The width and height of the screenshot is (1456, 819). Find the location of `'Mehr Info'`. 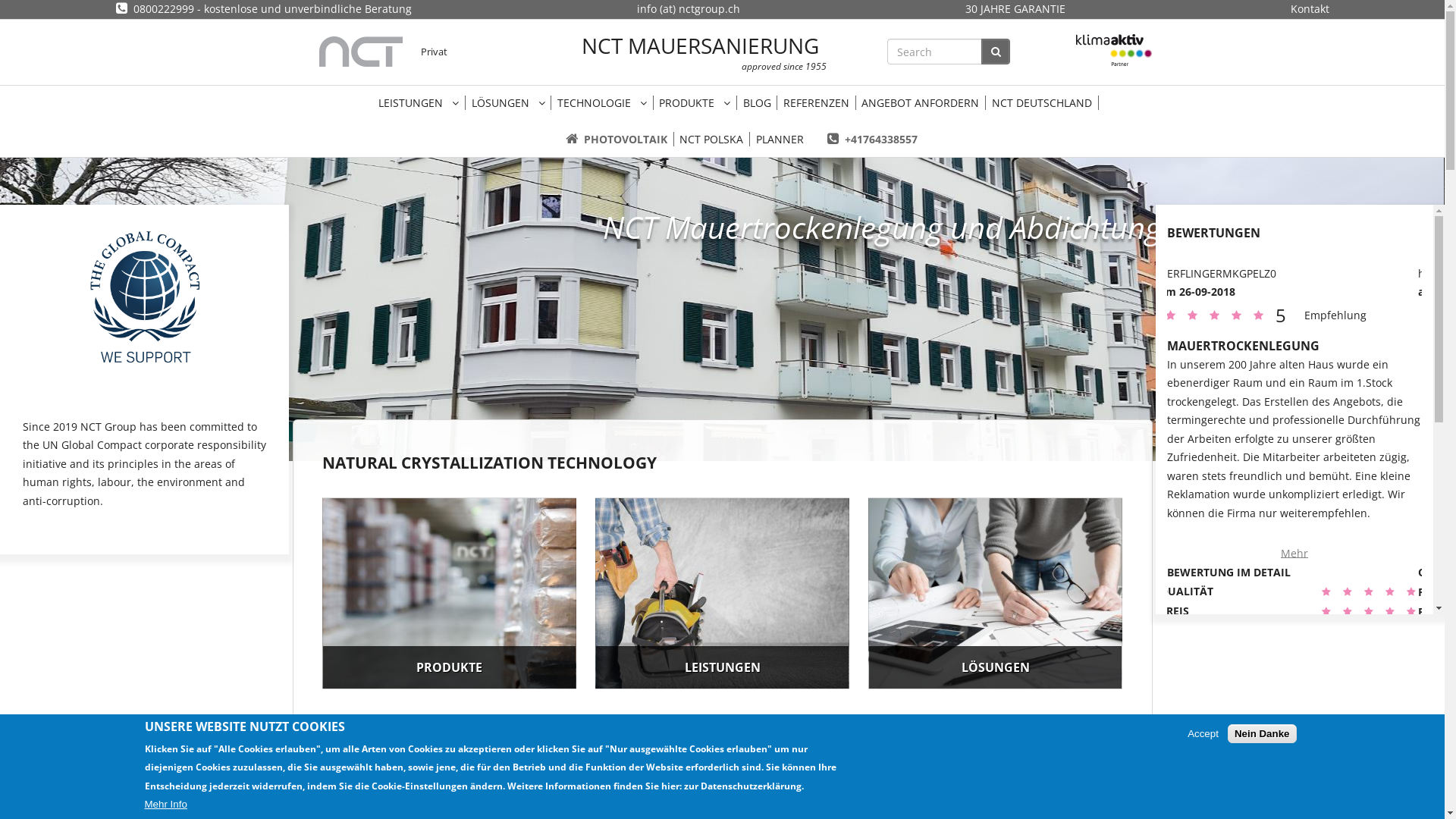

'Mehr Info' is located at coordinates (165, 803).